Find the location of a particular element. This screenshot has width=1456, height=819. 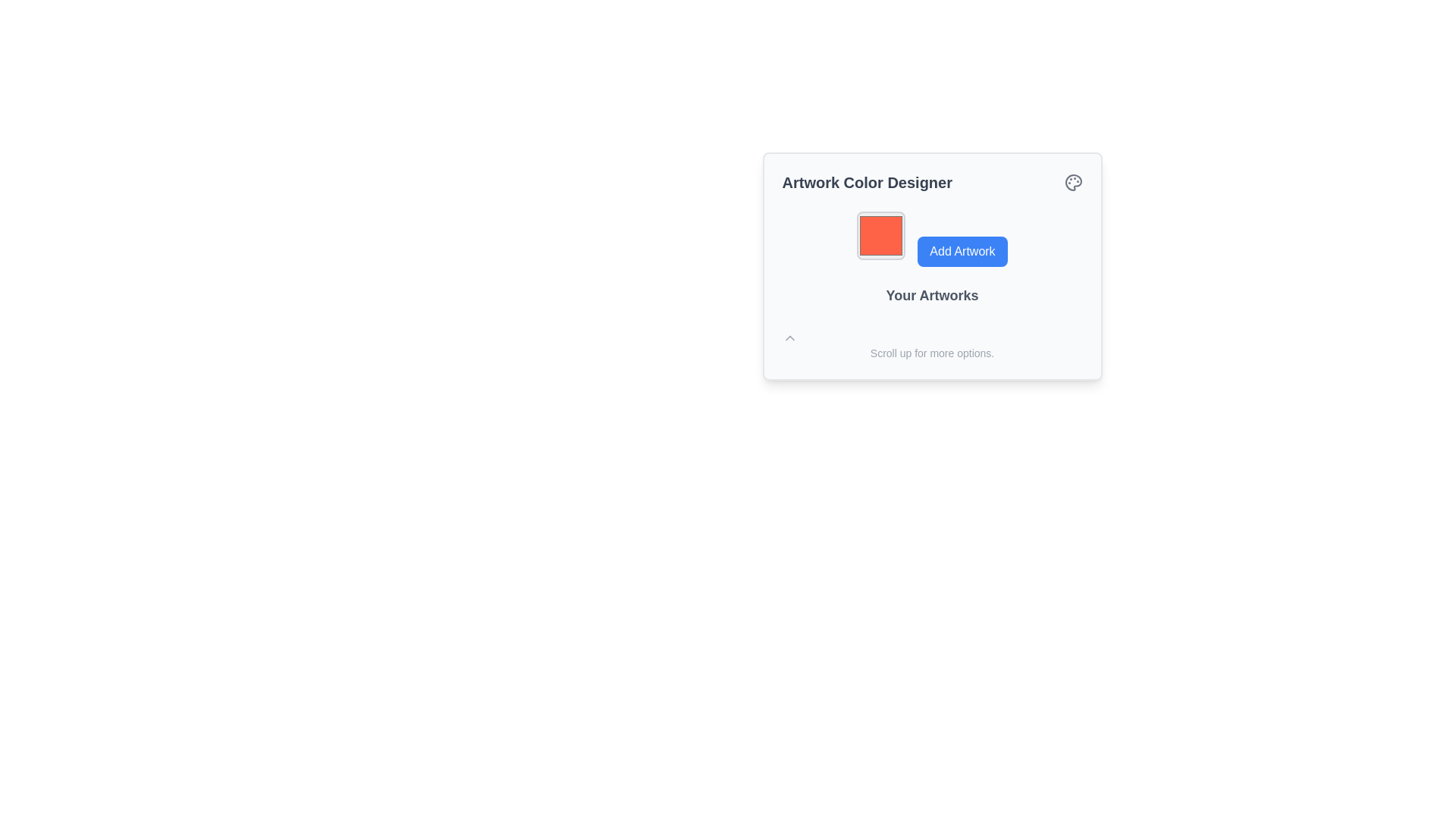

the SVG icon shaped like a painter's palette located at the rightmost end of the header section labeled 'Artwork Color Designer' is located at coordinates (1072, 181).